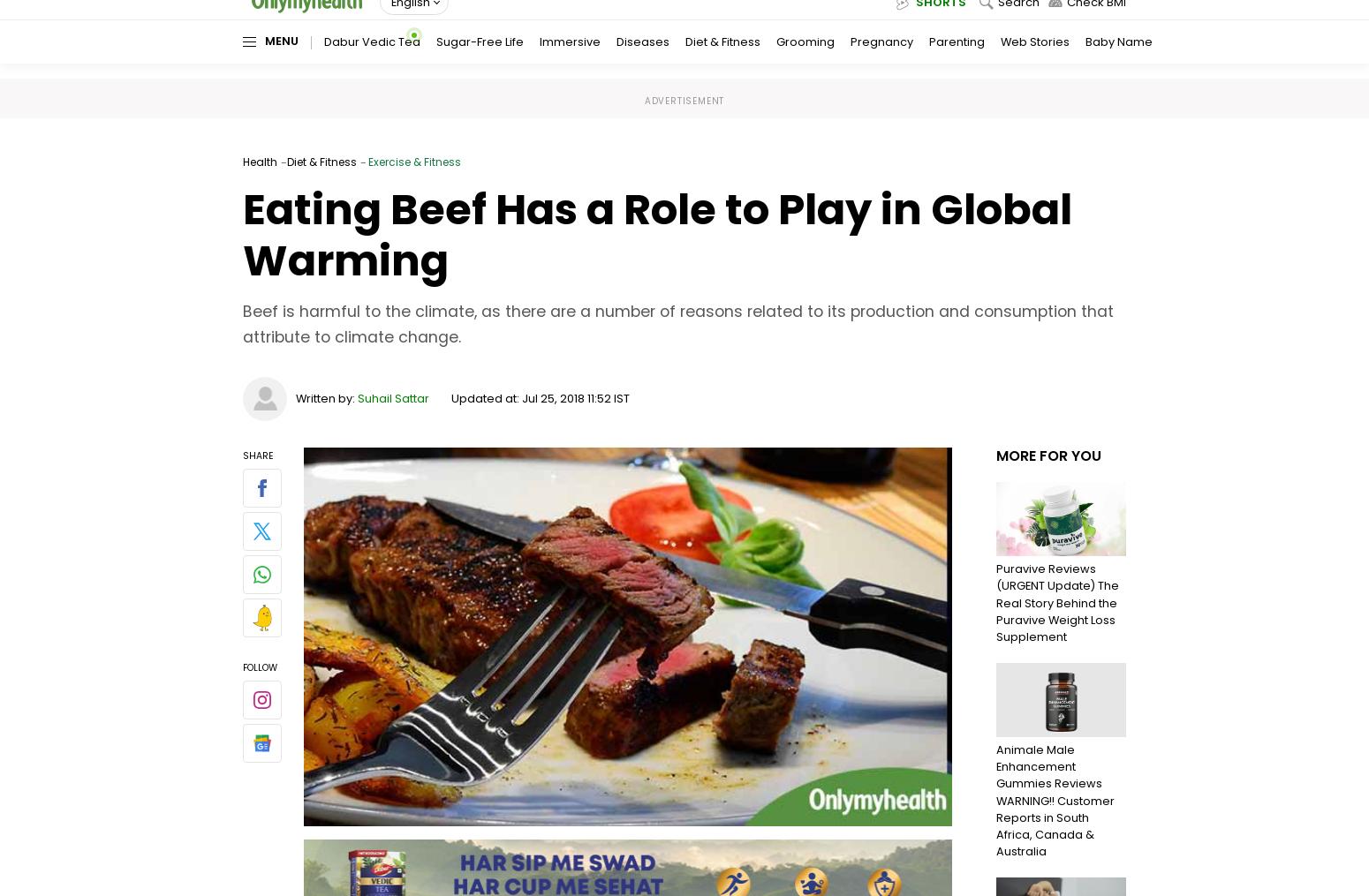  I want to click on 'diet & fitness', so click(286, 161).